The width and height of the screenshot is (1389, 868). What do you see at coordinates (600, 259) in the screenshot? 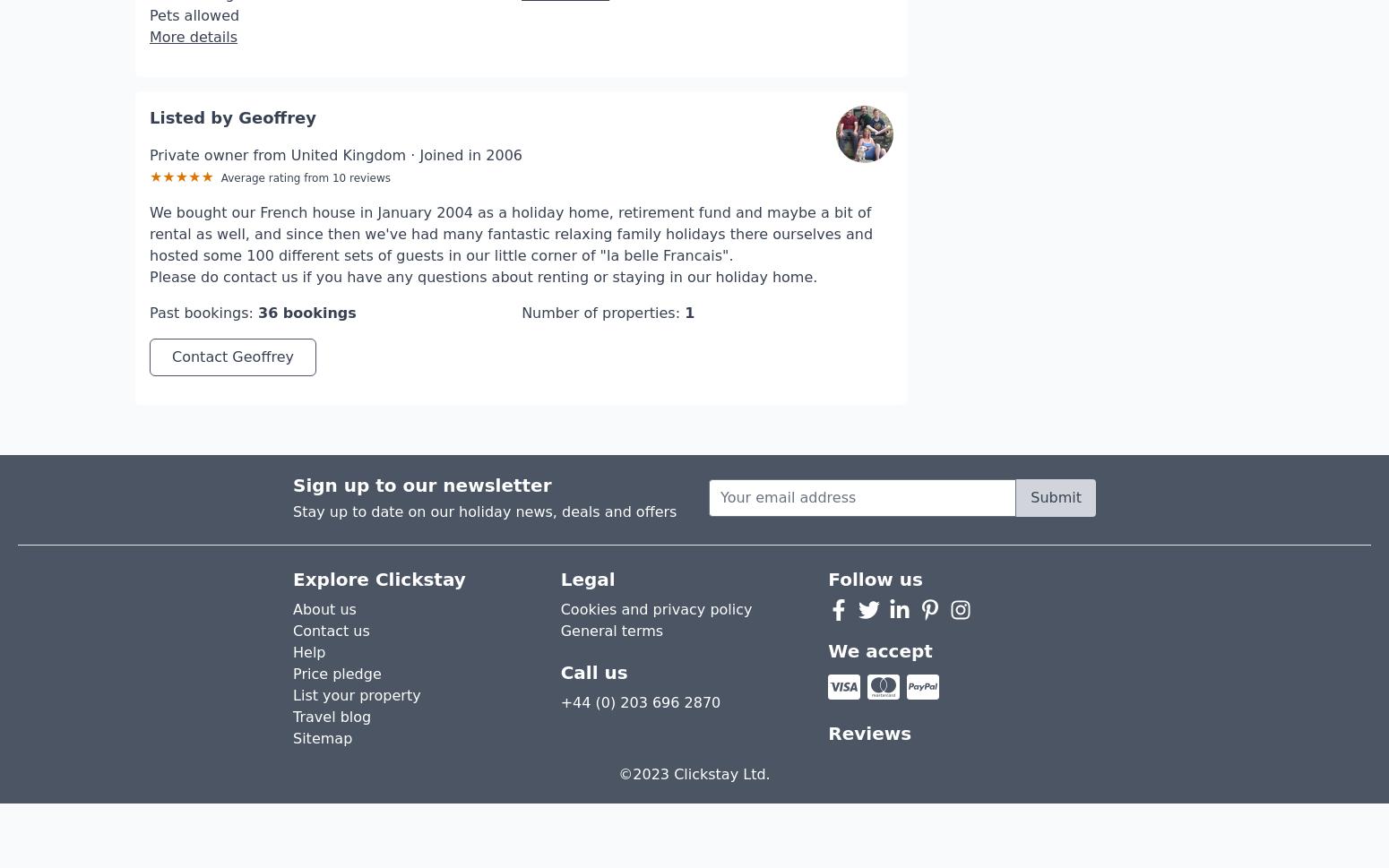
I see `'Number of properties:'` at bounding box center [600, 259].